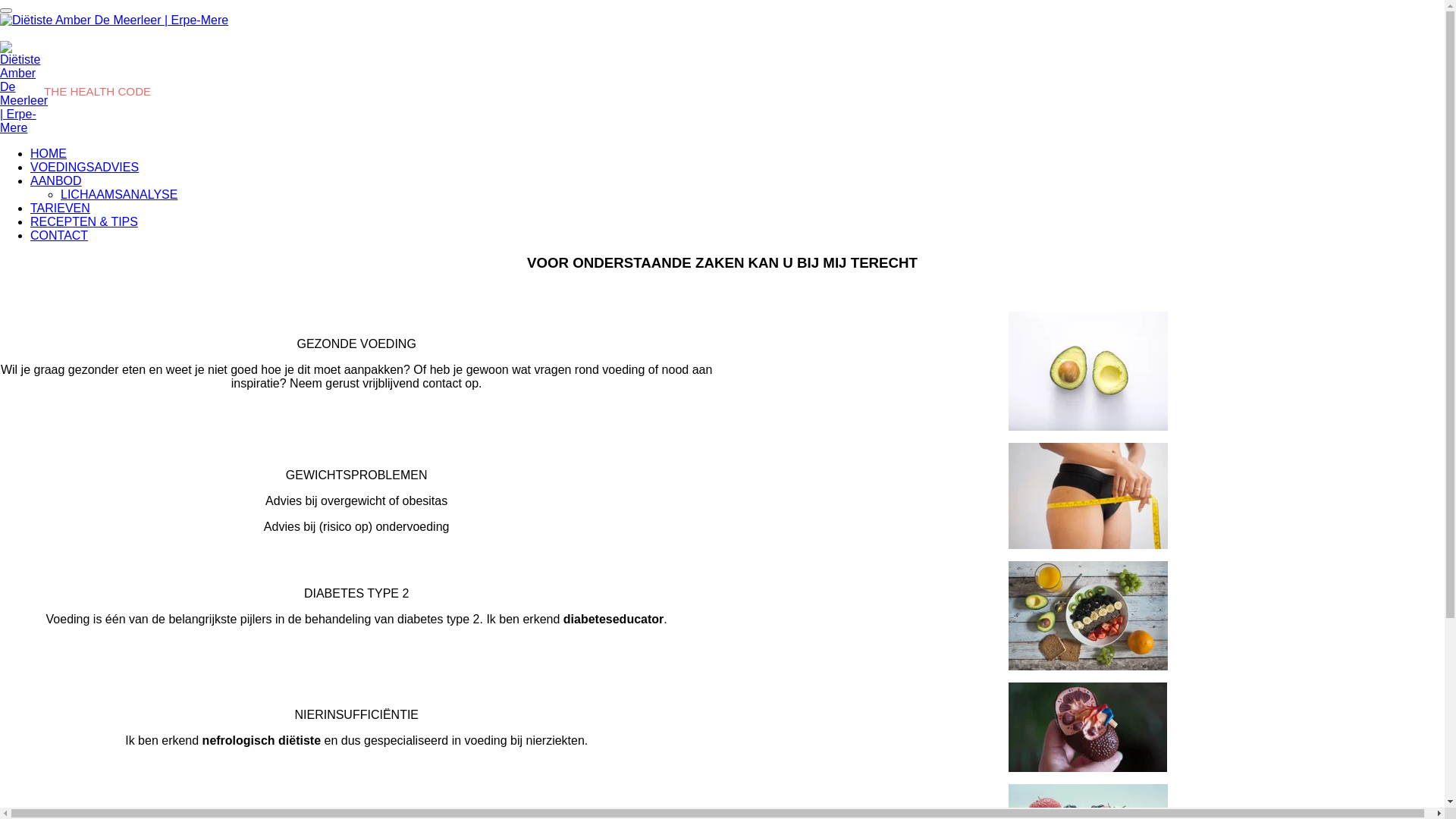  What do you see at coordinates (58, 235) in the screenshot?
I see `'CONTACT'` at bounding box center [58, 235].